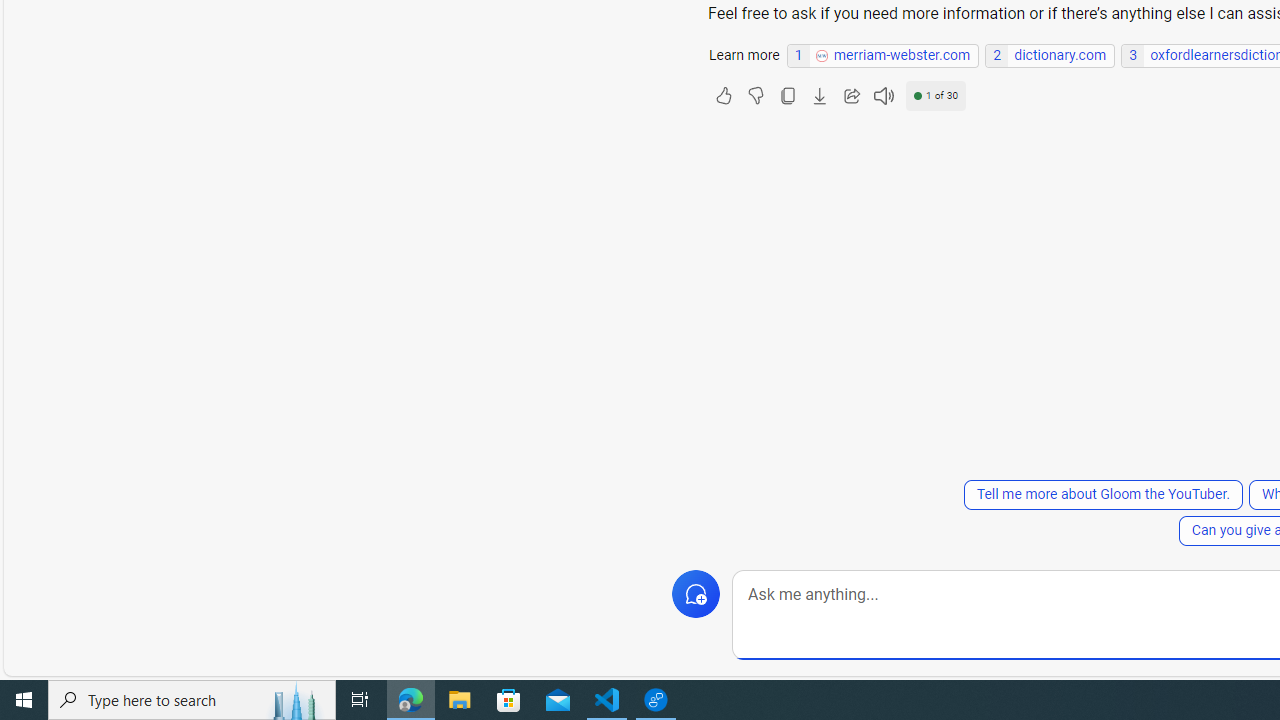 The image size is (1280, 720). What do you see at coordinates (1101, 495) in the screenshot?
I see `'Tell me more about Gloom the YouTuber.'` at bounding box center [1101, 495].